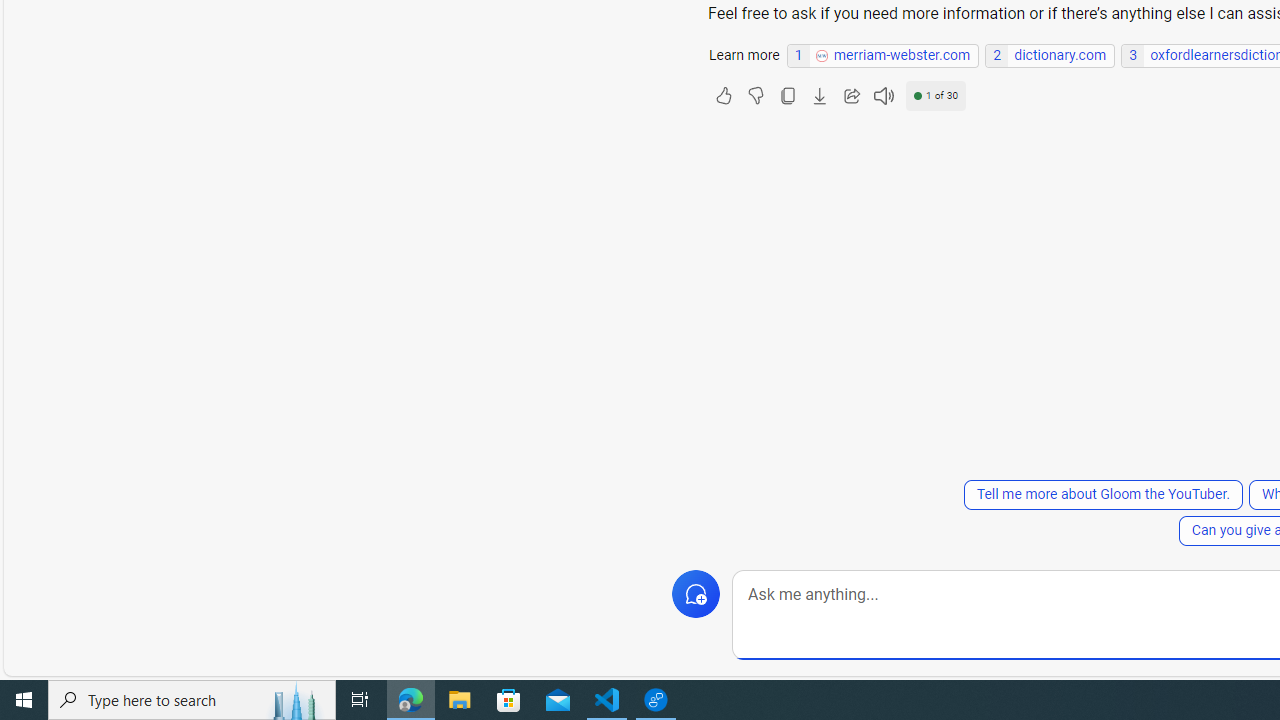 The image size is (1280, 720). What do you see at coordinates (1101, 495) in the screenshot?
I see `'Tell me more about Gloom the YouTuber.'` at bounding box center [1101, 495].